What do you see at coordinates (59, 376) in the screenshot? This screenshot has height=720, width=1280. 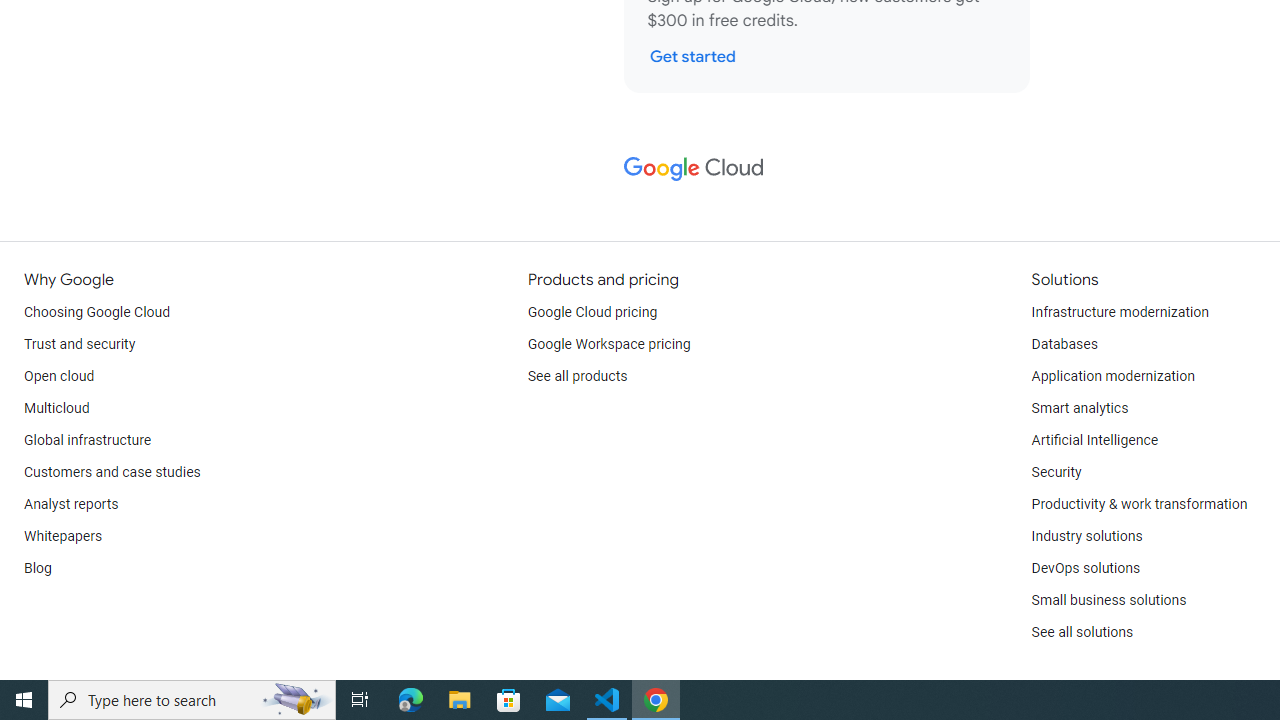 I see `'Open cloud'` at bounding box center [59, 376].